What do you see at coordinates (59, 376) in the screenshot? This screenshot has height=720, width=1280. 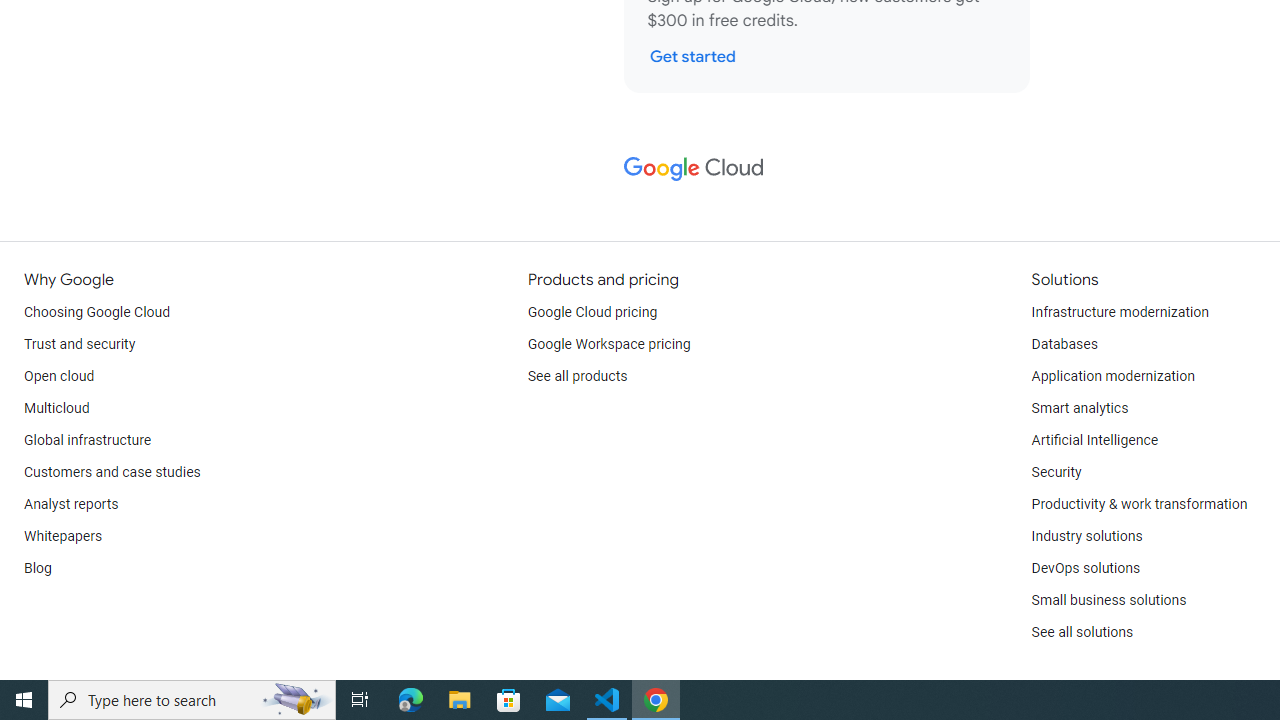 I see `'Open cloud'` at bounding box center [59, 376].